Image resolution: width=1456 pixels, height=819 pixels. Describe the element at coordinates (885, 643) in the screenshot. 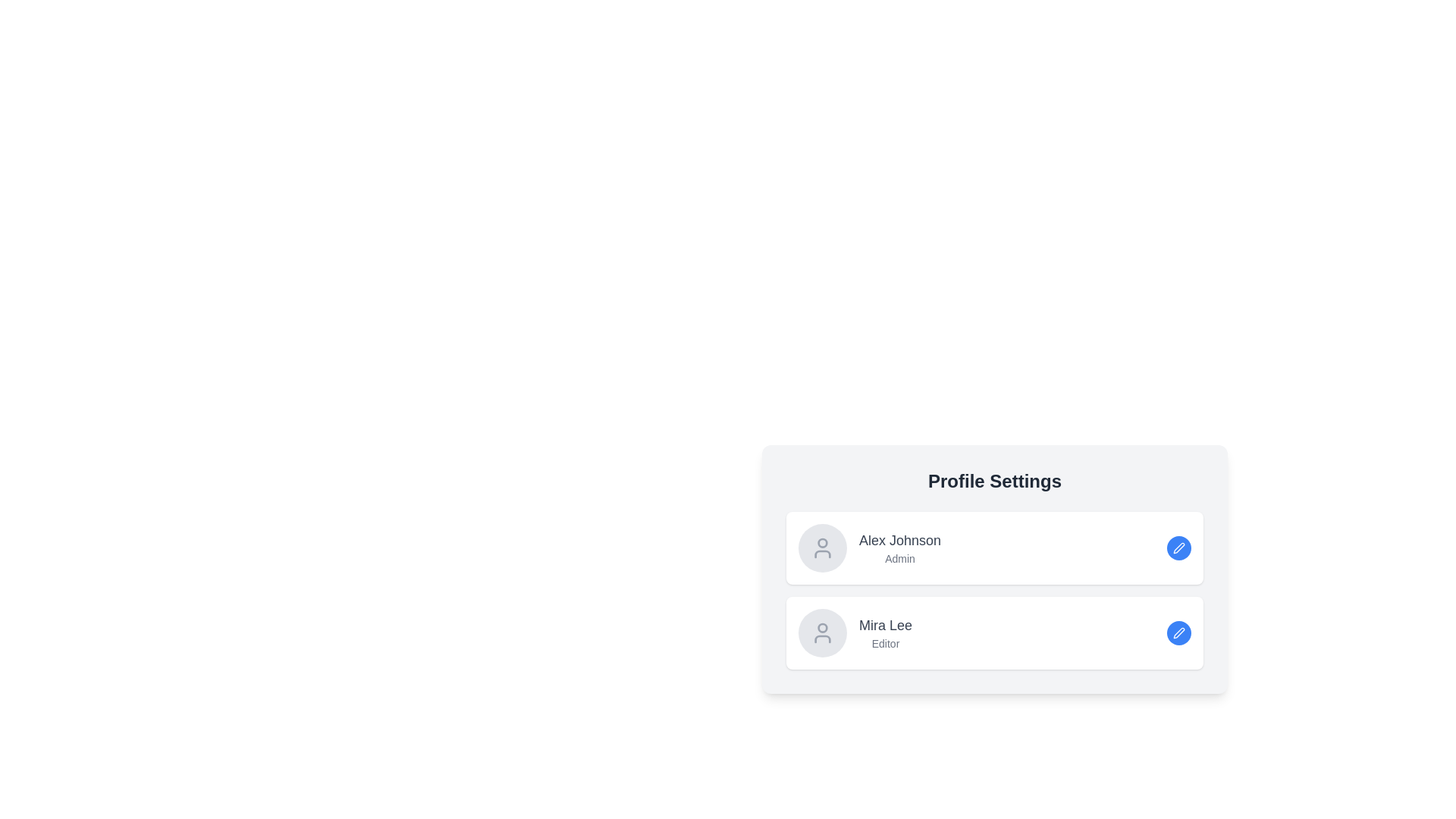

I see `the text label that identifies the user as an editor, located beneath the name 'Mira Lee' in the user profile list` at that location.